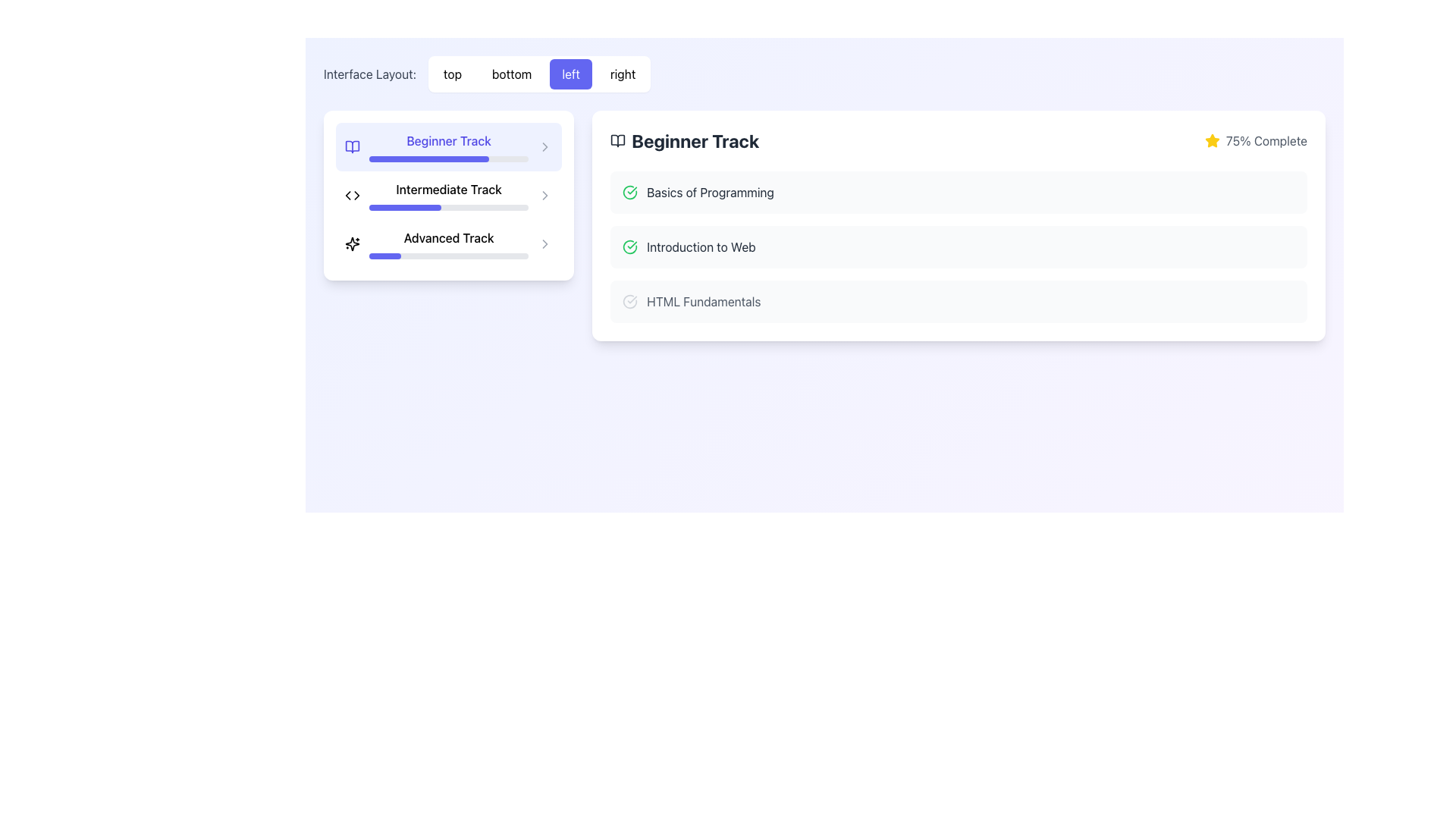  Describe the element at coordinates (958, 246) in the screenshot. I see `the list item labeled 'Introduction` at that location.